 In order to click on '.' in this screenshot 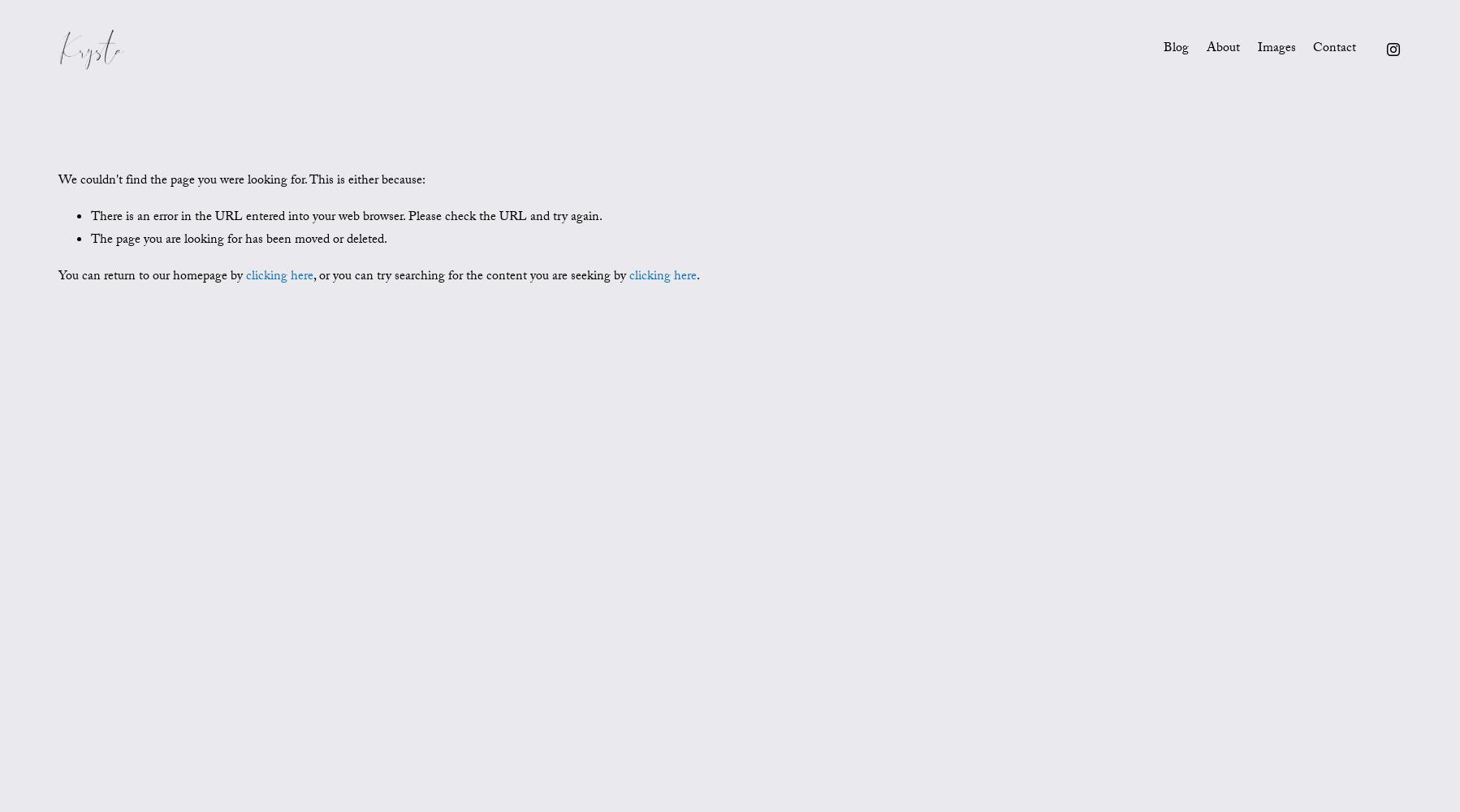, I will do `click(698, 276)`.